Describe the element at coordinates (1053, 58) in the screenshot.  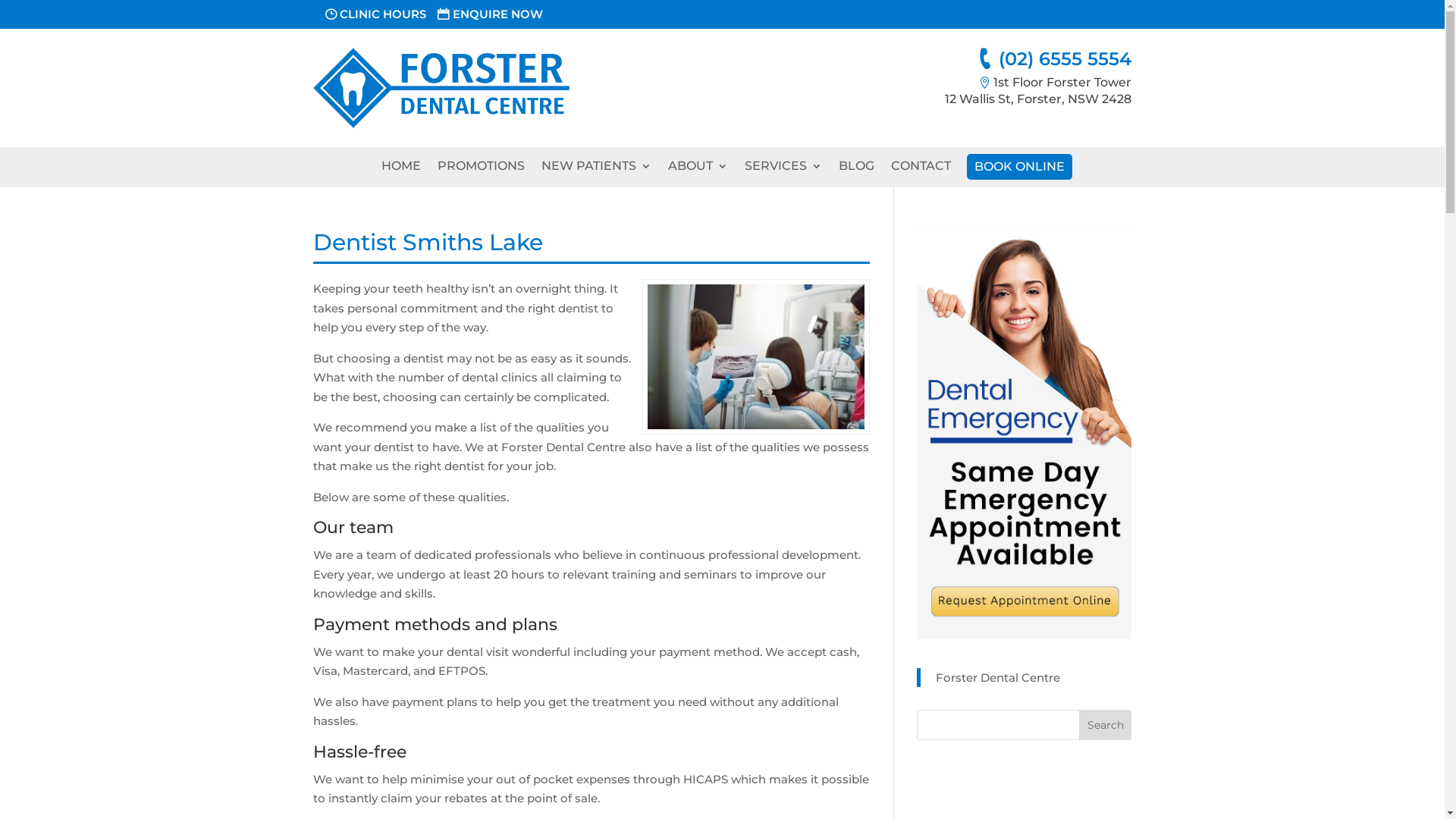
I see `'(02) 6555 5554'` at that location.